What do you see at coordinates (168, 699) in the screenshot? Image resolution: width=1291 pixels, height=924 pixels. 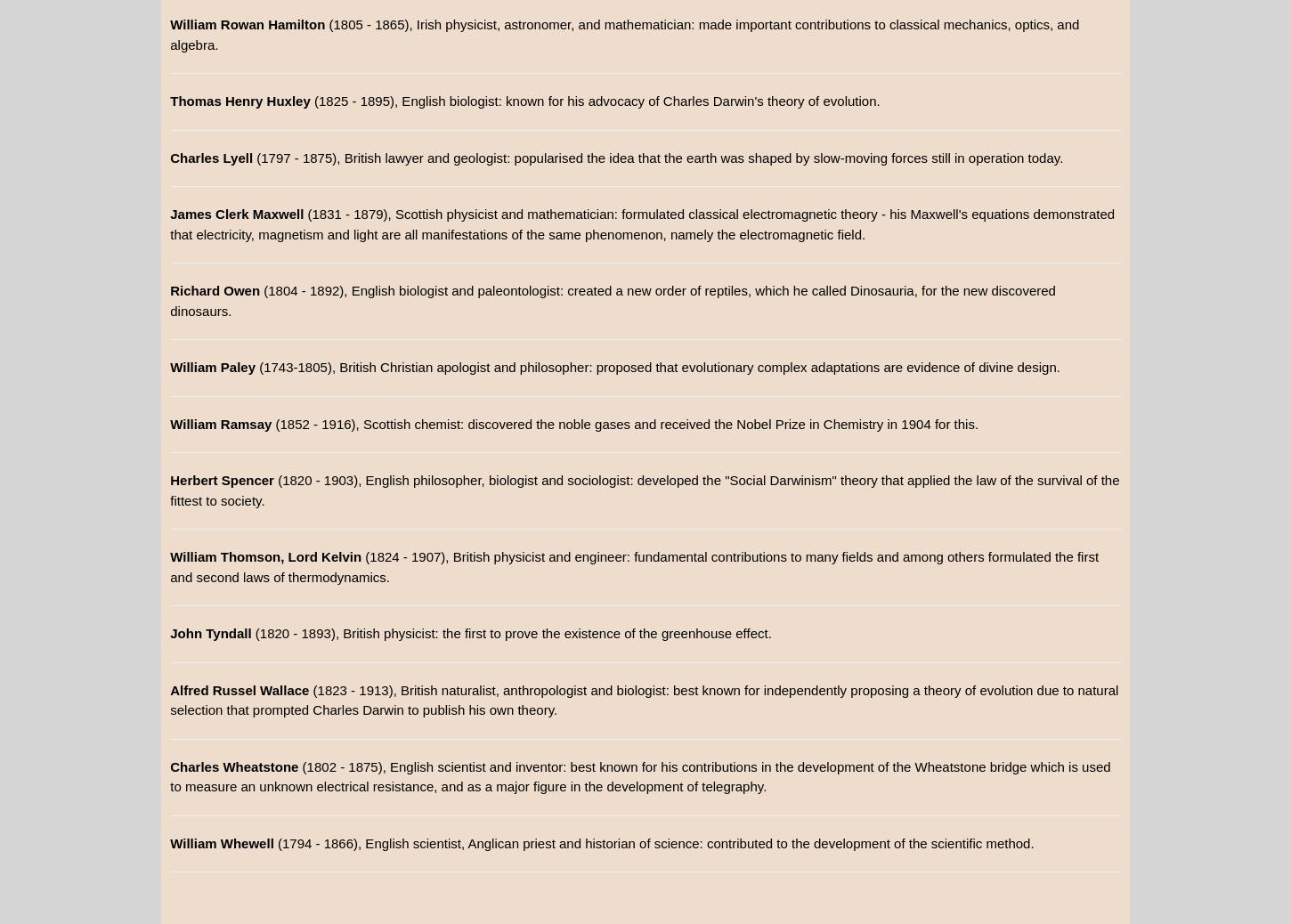 I see `'(1823 - 1913), British naturalist, anthropologist and biologist: best known for independently proposing a theory of evolution due to natural selection that prompted Charles Darwin to publish his own theory.'` at bounding box center [168, 699].